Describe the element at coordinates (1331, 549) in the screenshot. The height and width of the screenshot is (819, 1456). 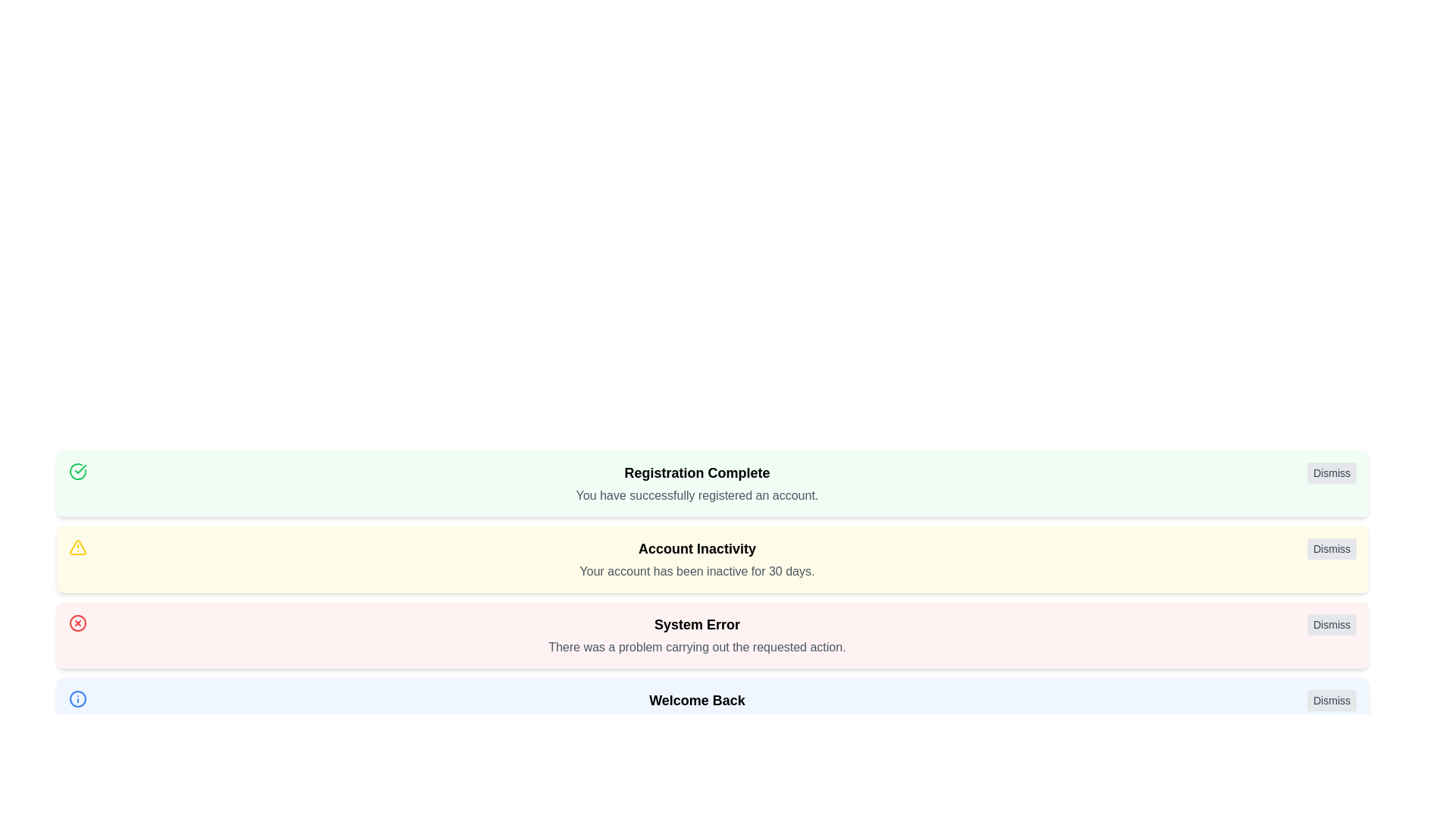
I see `the 'Dismiss' button, which is a rectangular button with rounded corners in a light gray background, positioned on the right side of the yellow-highlighted notification box` at that location.